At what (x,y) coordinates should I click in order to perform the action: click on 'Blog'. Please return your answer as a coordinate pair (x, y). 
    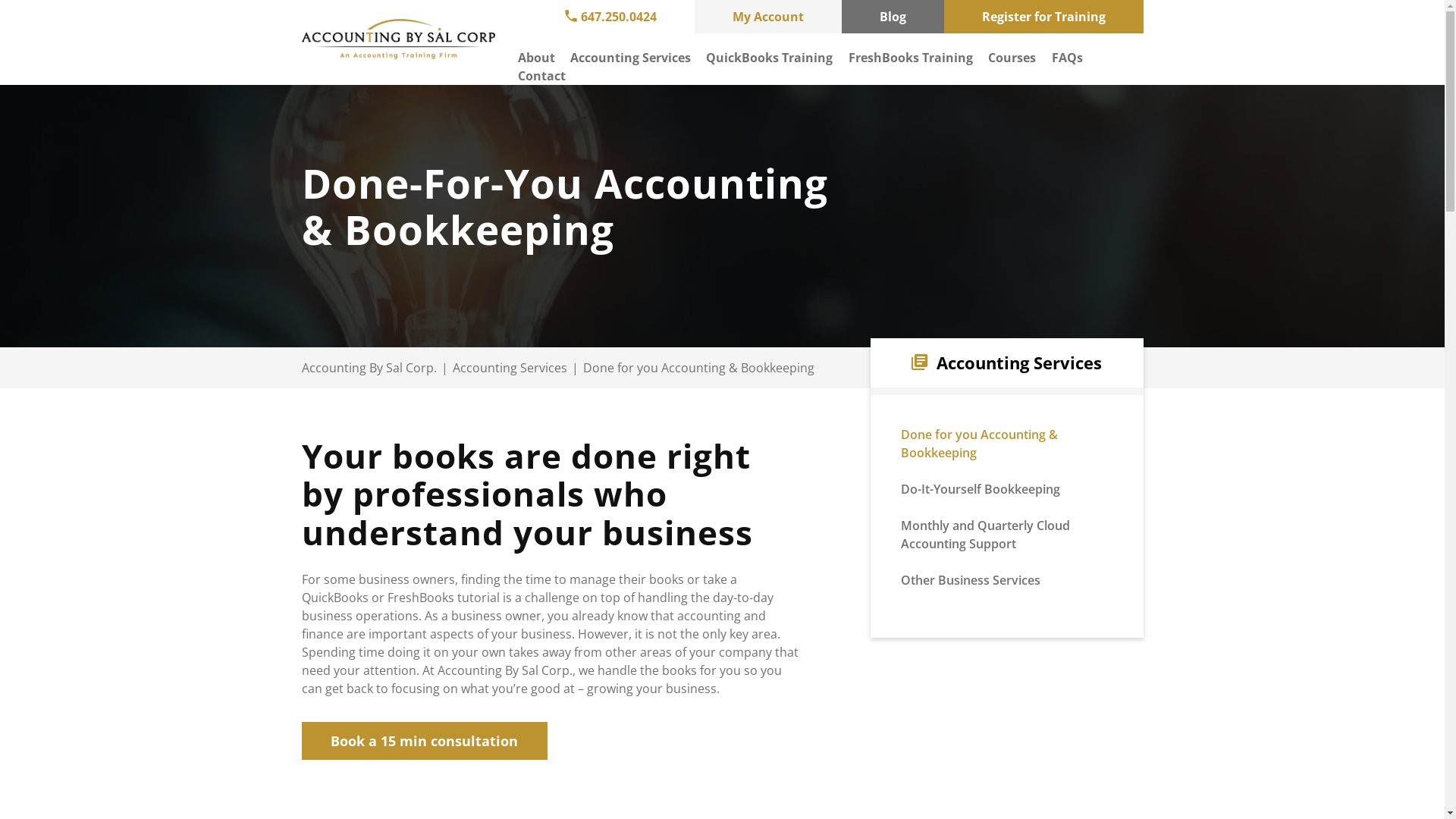
    Looking at the image, I should click on (893, 17).